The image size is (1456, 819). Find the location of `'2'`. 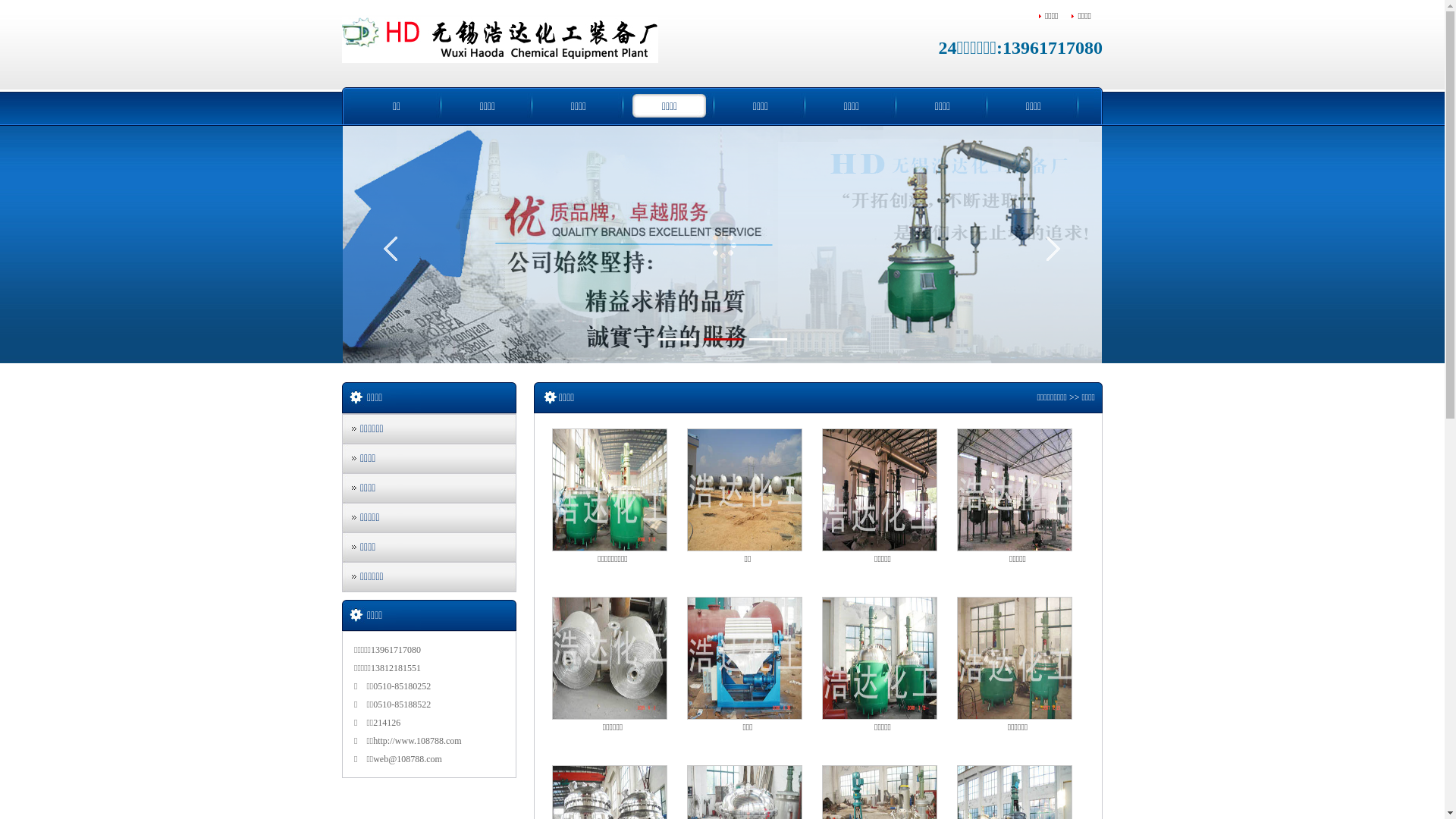

'2' is located at coordinates (722, 338).